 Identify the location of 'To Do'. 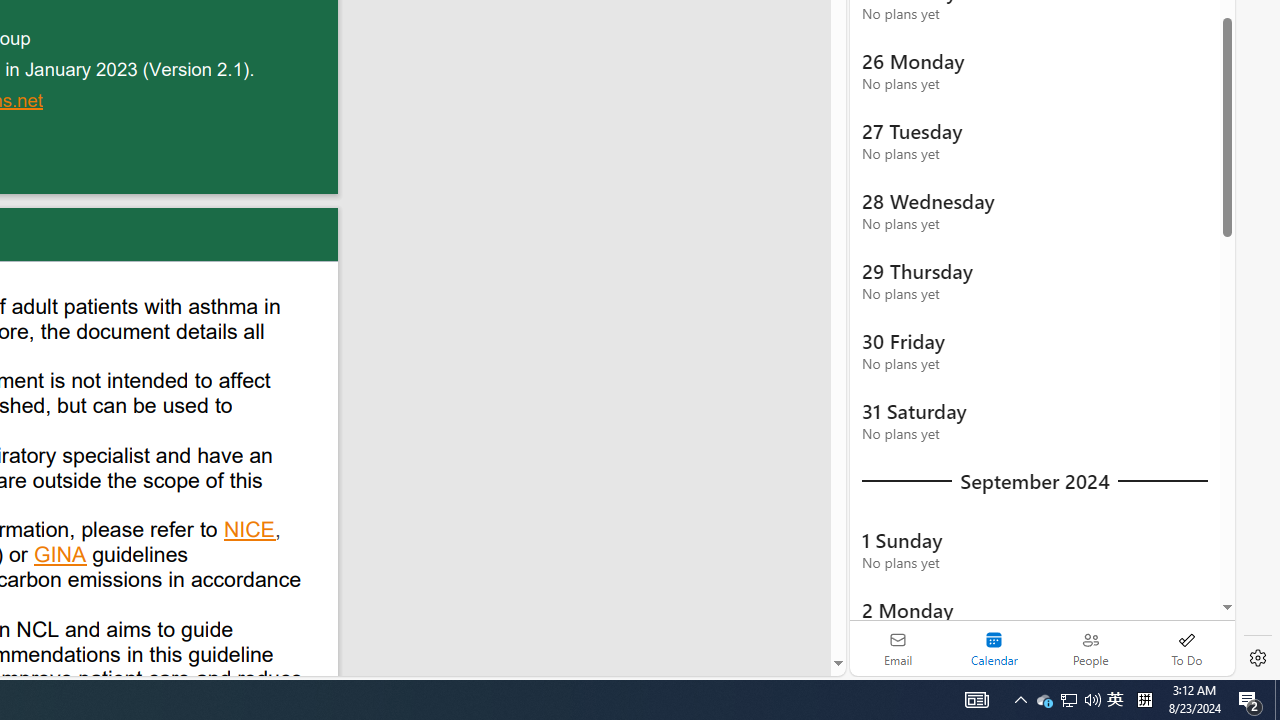
(1186, 648).